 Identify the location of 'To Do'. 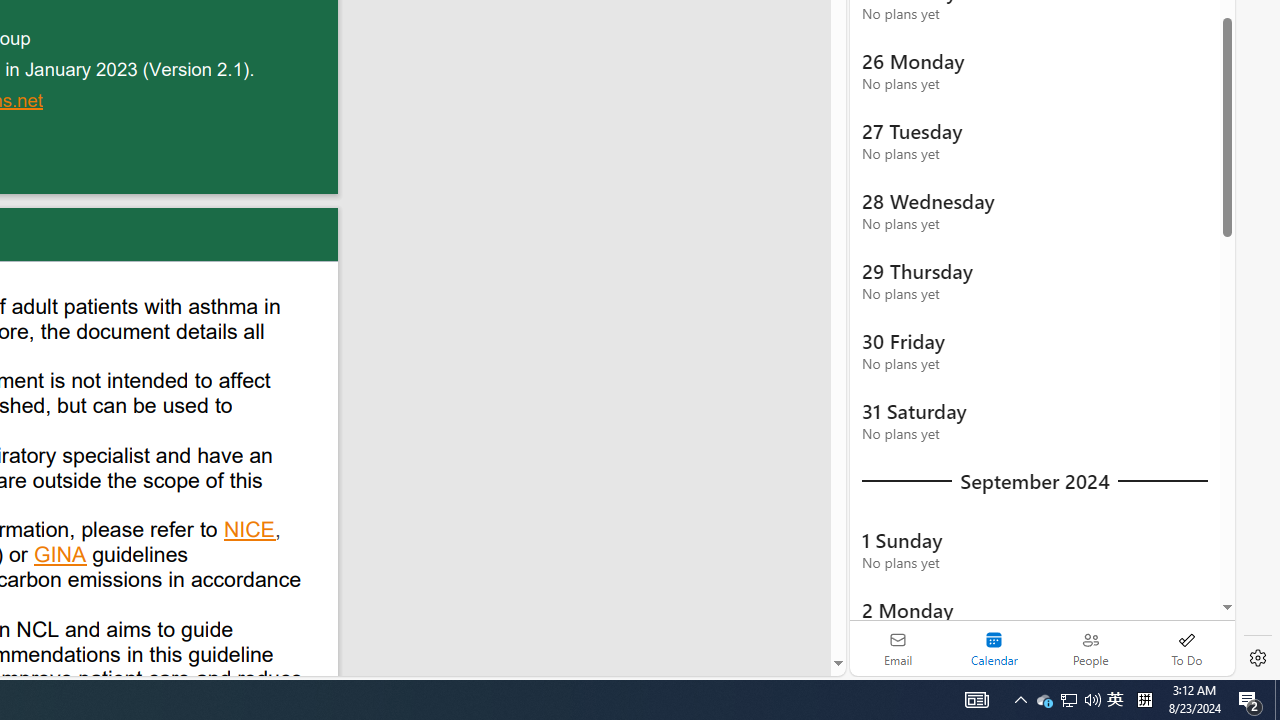
(1186, 648).